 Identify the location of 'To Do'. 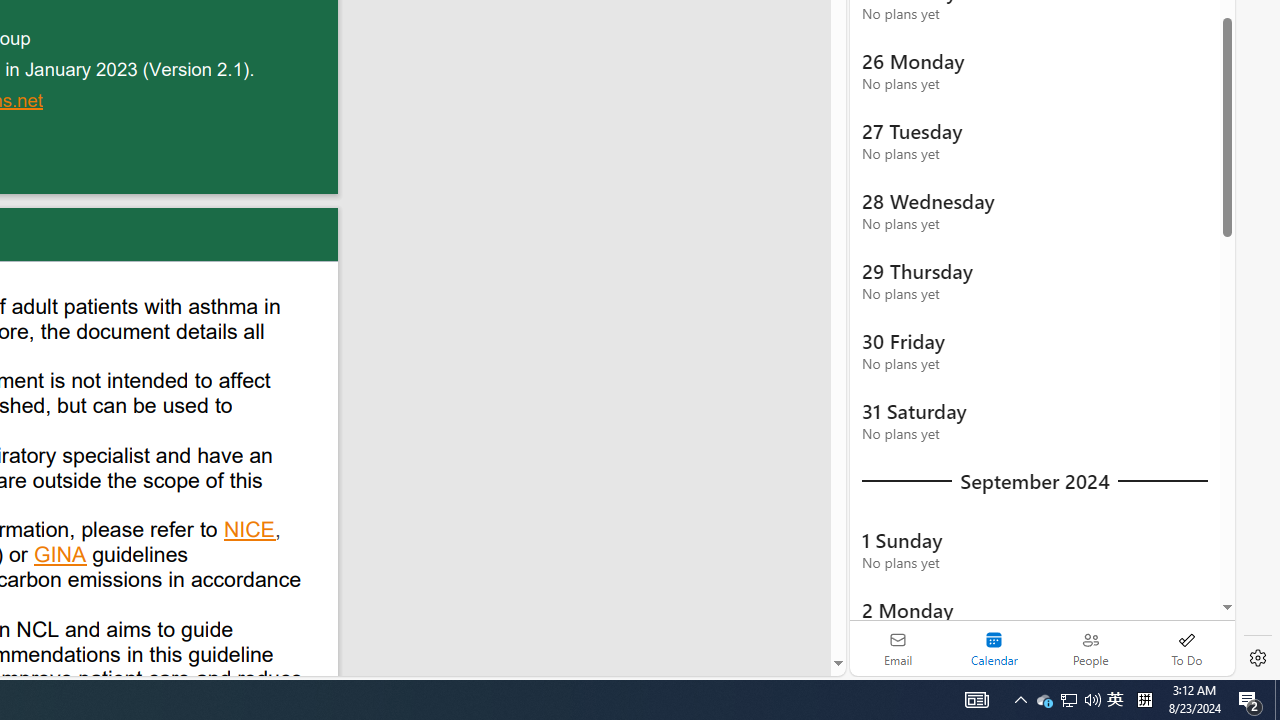
(1186, 648).